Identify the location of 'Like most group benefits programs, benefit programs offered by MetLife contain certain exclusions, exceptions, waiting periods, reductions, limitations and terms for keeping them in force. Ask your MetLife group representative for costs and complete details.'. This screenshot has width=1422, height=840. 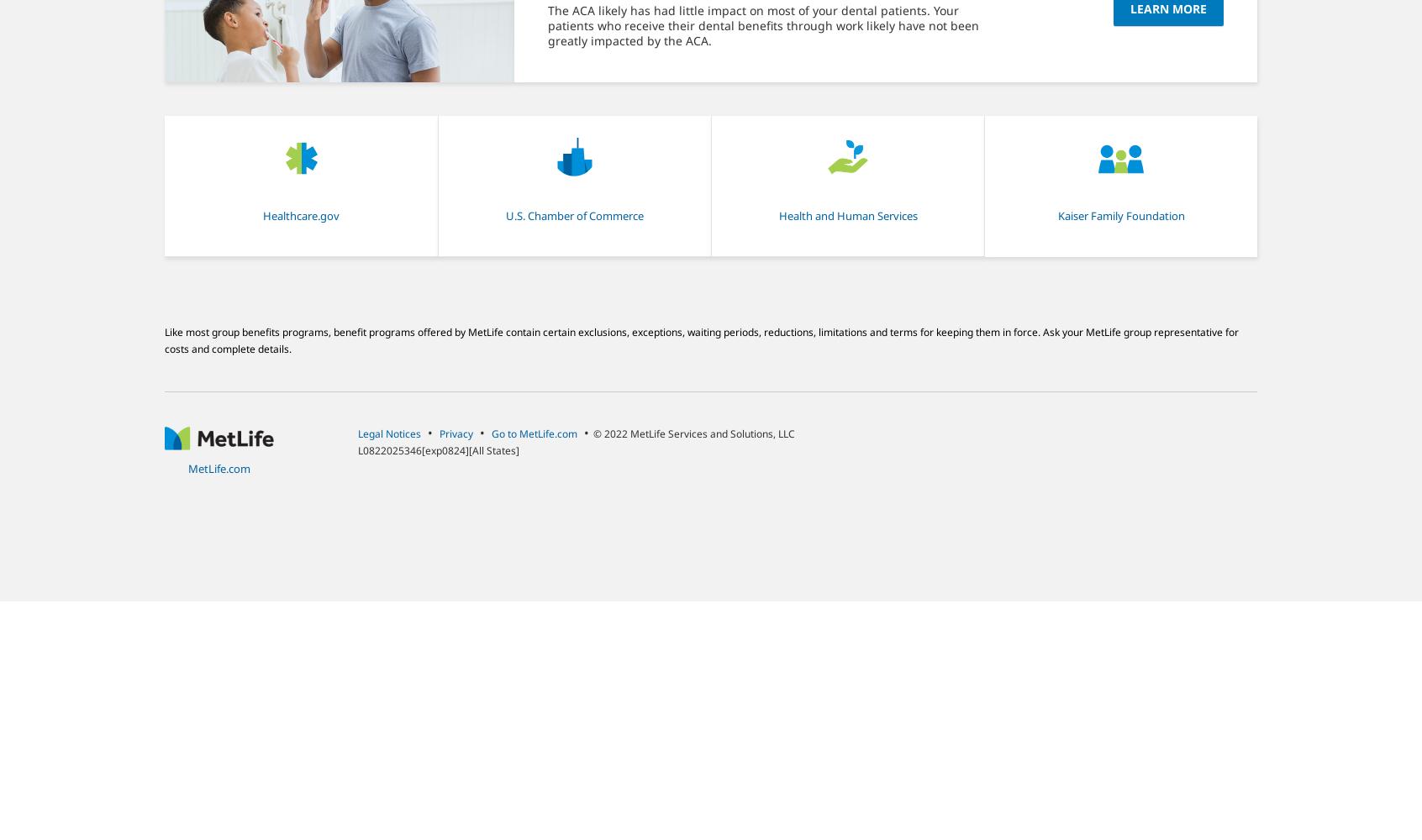
(702, 339).